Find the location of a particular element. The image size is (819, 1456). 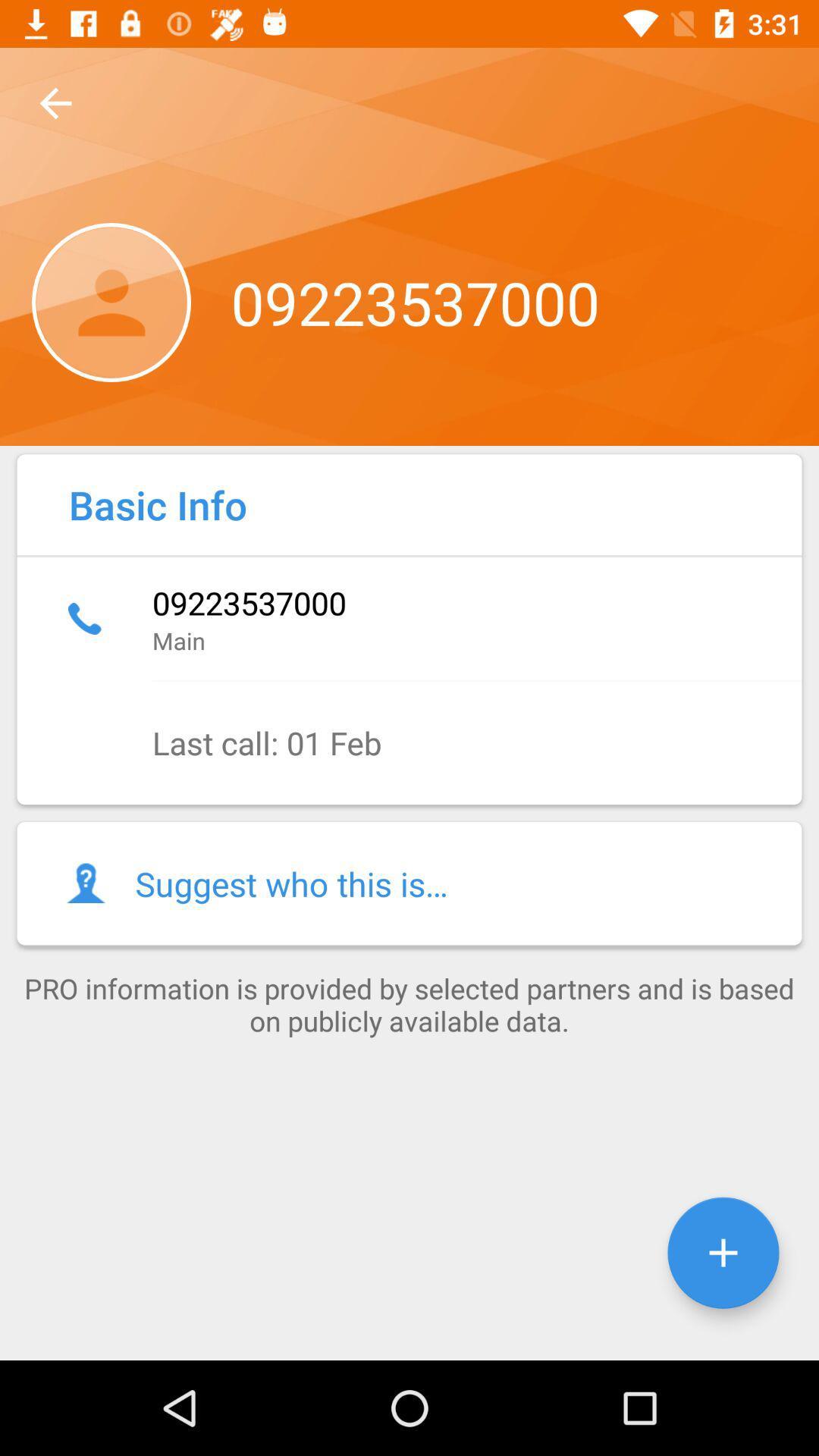

item below main is located at coordinates (409, 742).